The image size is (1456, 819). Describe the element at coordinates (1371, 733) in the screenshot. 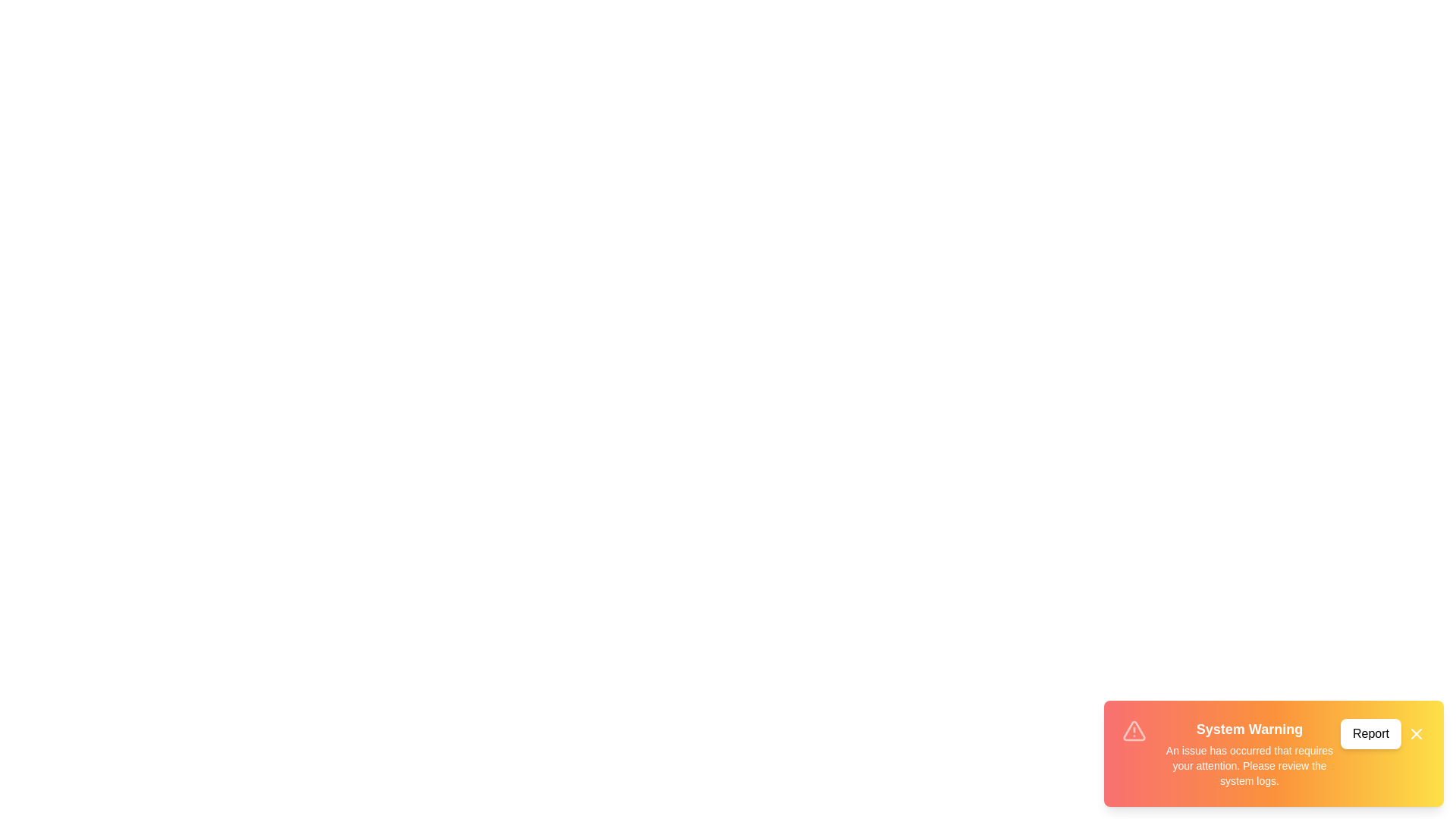

I see `the 'Report' button to submit a report` at that location.